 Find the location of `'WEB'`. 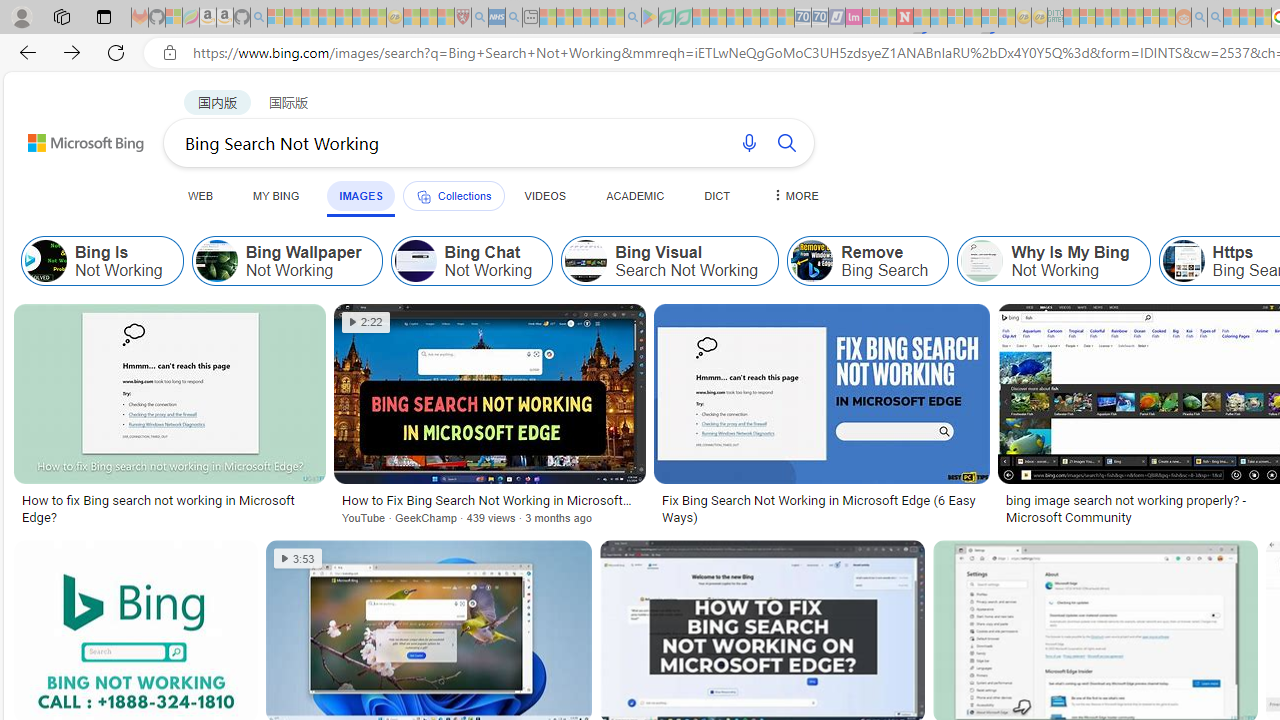

'WEB' is located at coordinates (201, 195).